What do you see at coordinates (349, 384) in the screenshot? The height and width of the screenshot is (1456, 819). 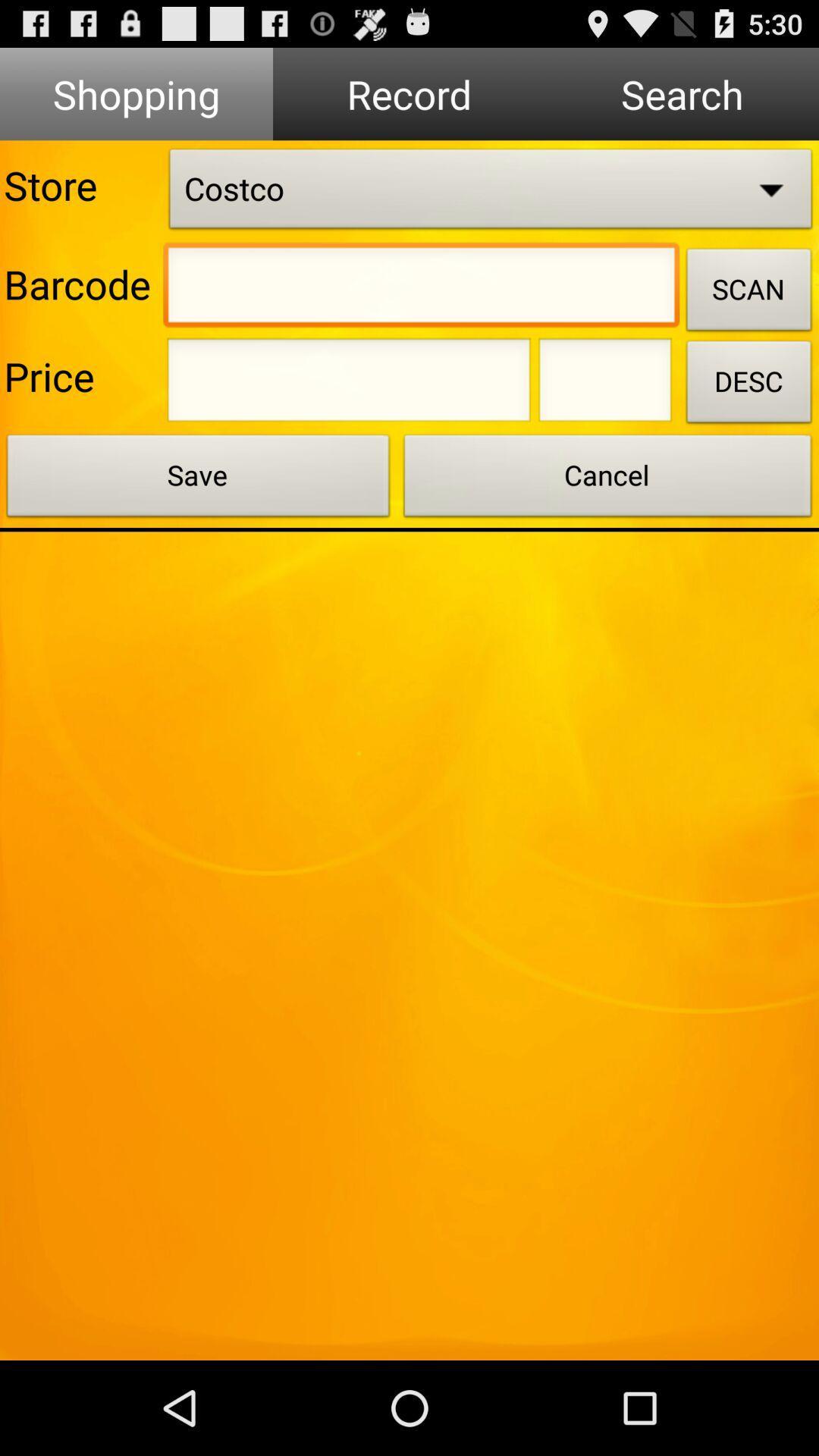 I see `price` at bounding box center [349, 384].